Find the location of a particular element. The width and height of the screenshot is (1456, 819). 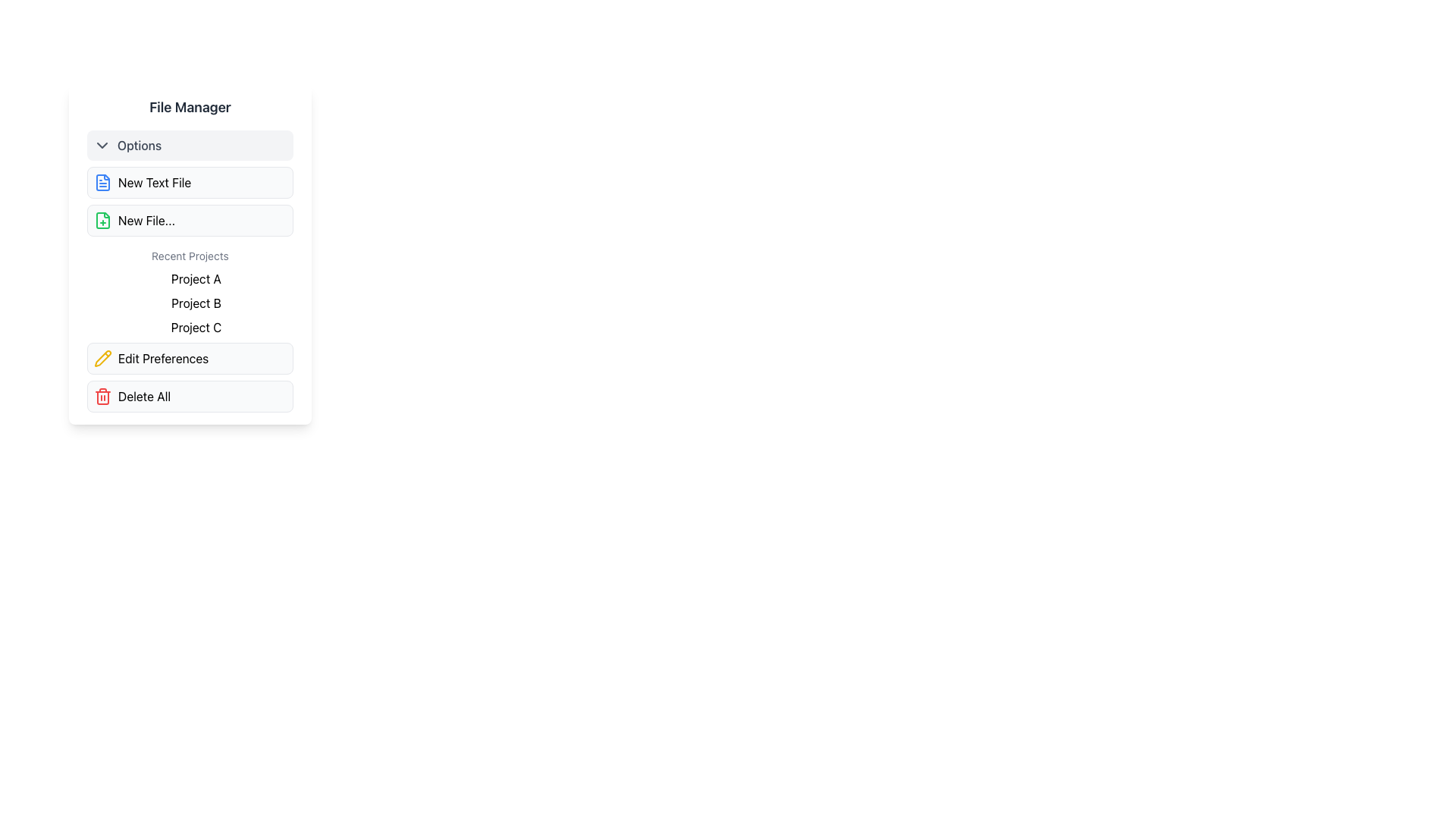

the text label located at the bottom of the 'File Manager' panel, directly below the 'Edit Preferences' option and to the right of the red trash icon is located at coordinates (144, 396).